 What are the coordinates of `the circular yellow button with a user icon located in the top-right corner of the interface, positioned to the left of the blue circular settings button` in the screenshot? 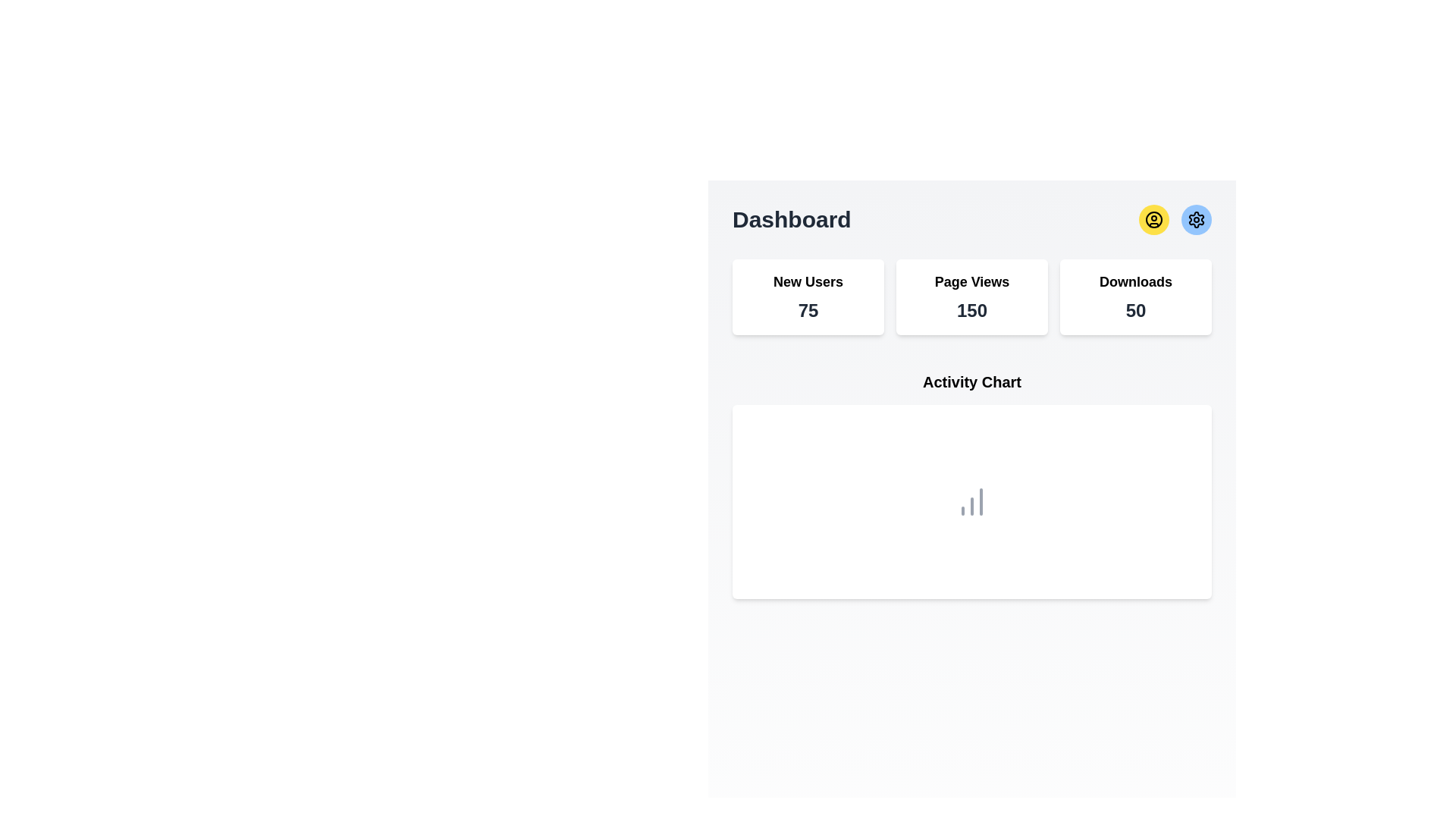 It's located at (1153, 219).